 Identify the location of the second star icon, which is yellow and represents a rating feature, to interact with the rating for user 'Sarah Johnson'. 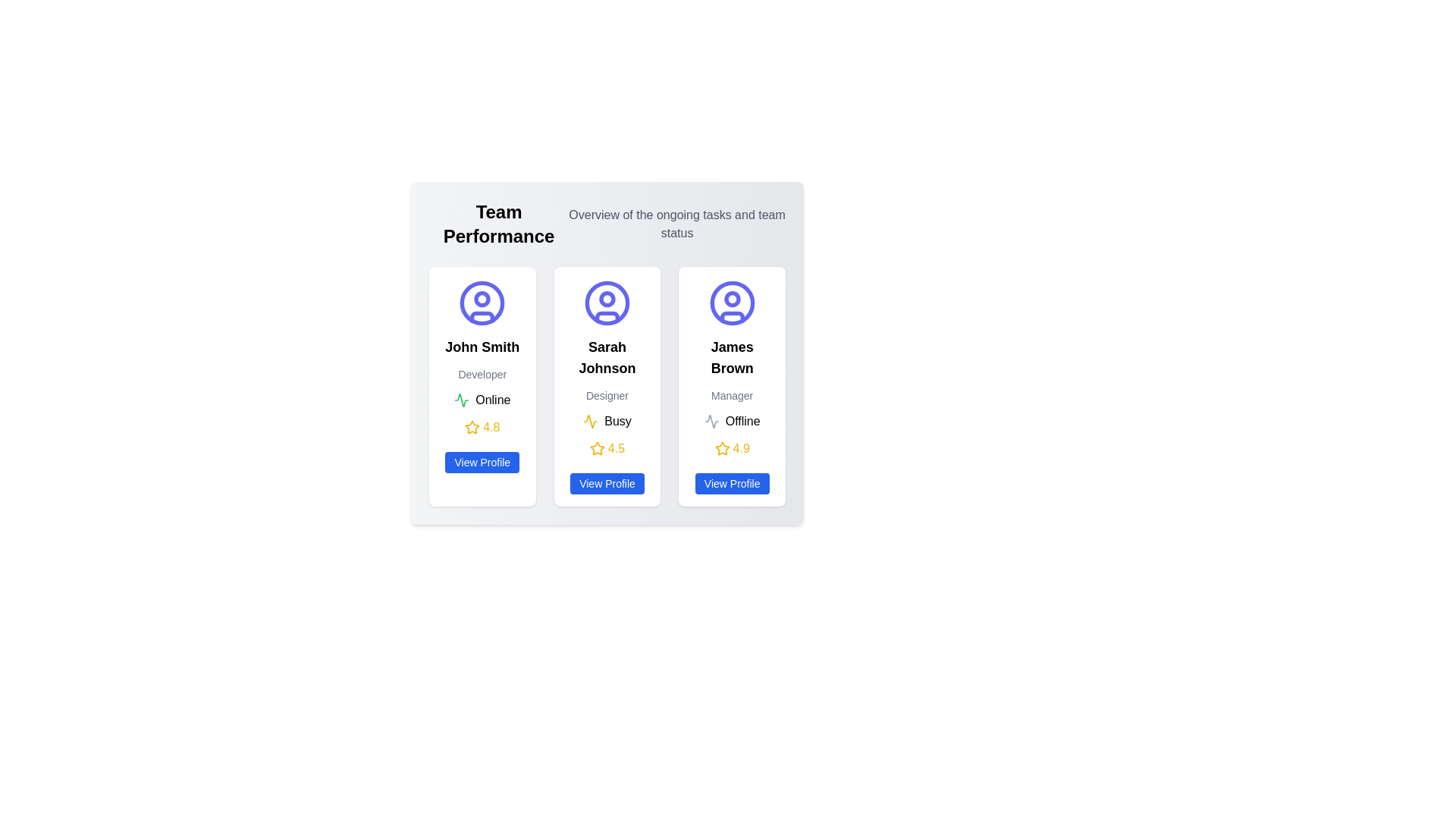
(596, 447).